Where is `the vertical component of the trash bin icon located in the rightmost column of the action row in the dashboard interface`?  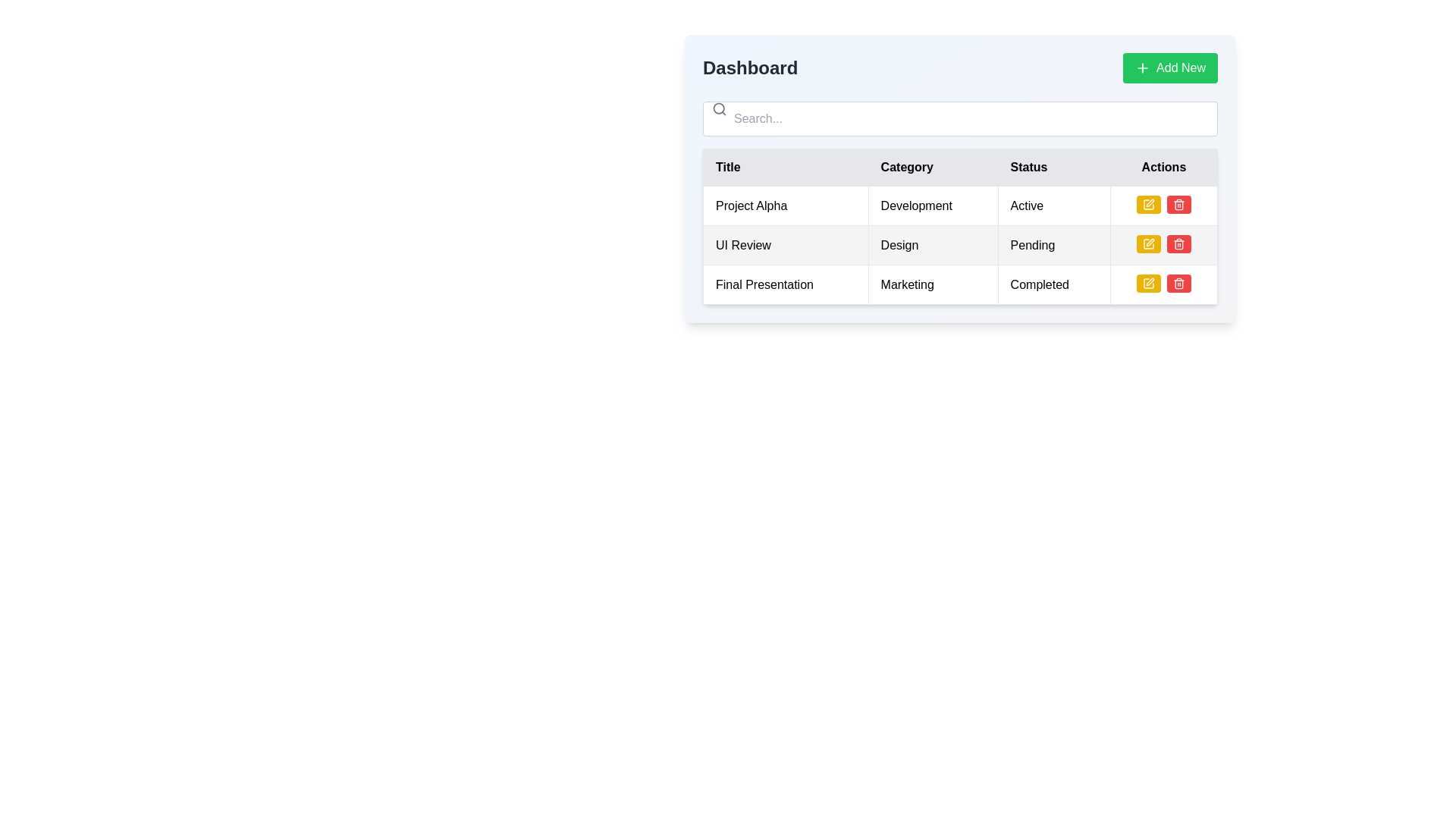 the vertical component of the trash bin icon located in the rightmost column of the action row in the dashboard interface is located at coordinates (1178, 206).